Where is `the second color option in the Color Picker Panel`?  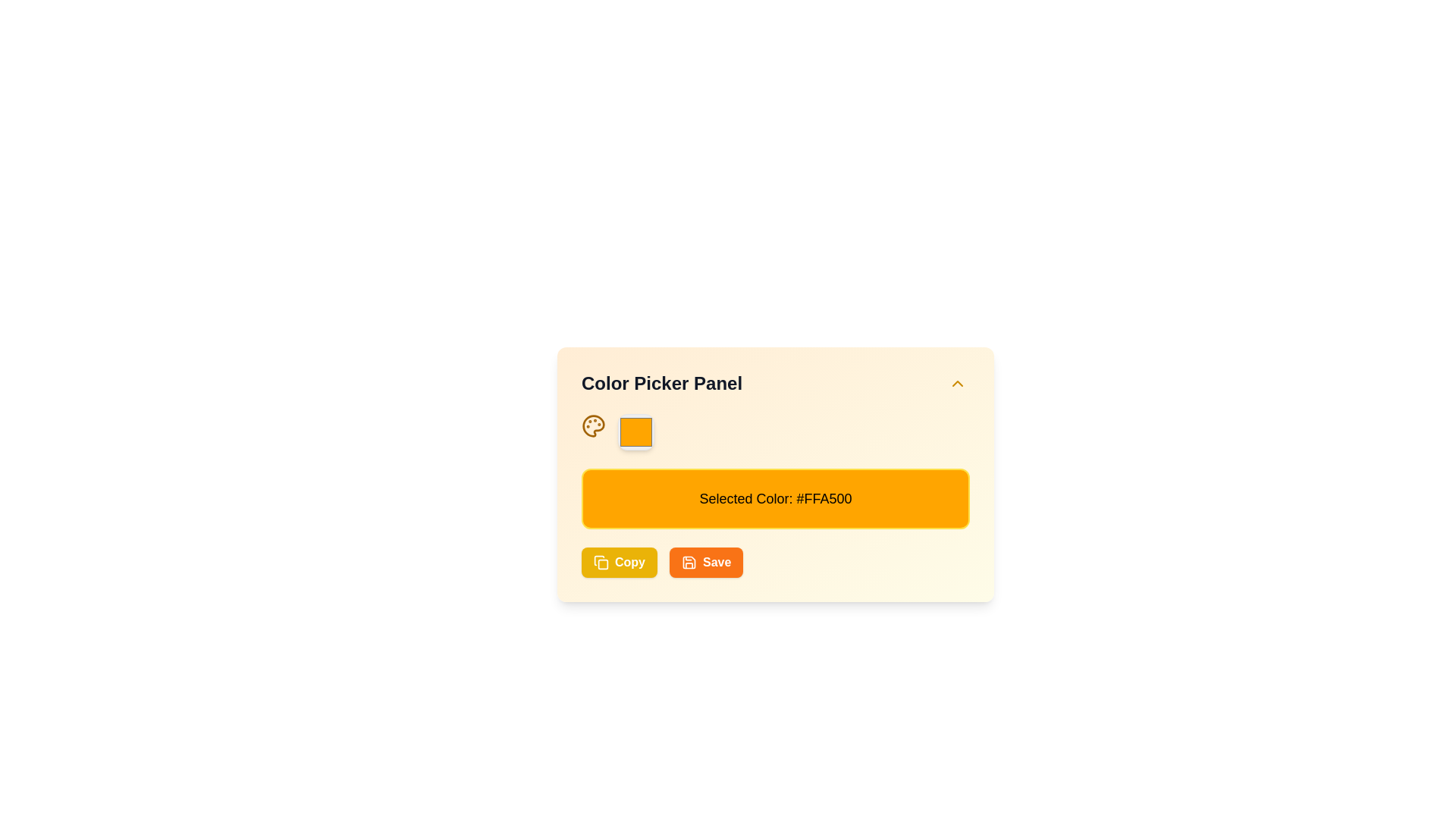 the second color option in the Color Picker Panel is located at coordinates (636, 432).